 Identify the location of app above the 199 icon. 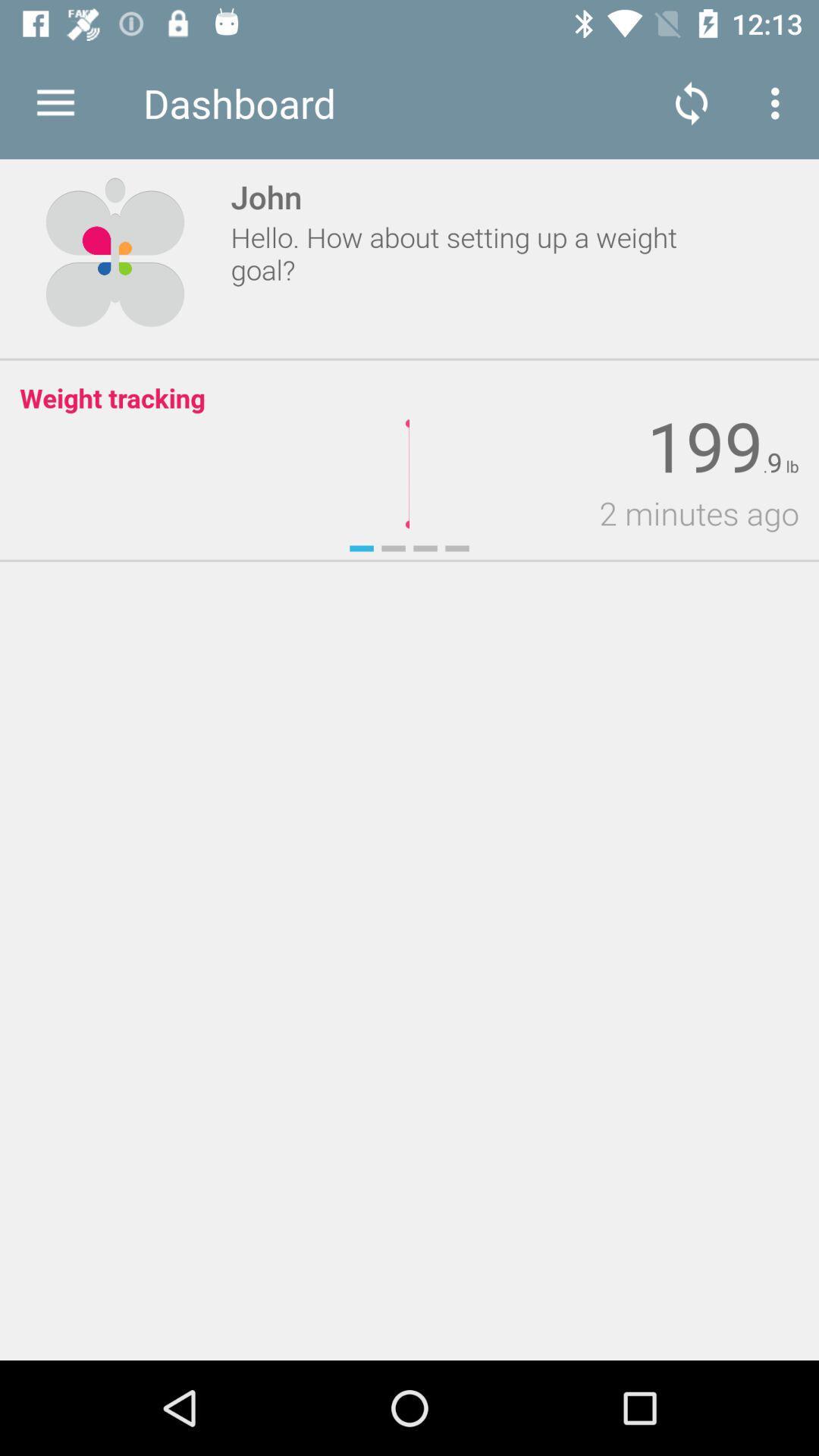
(779, 102).